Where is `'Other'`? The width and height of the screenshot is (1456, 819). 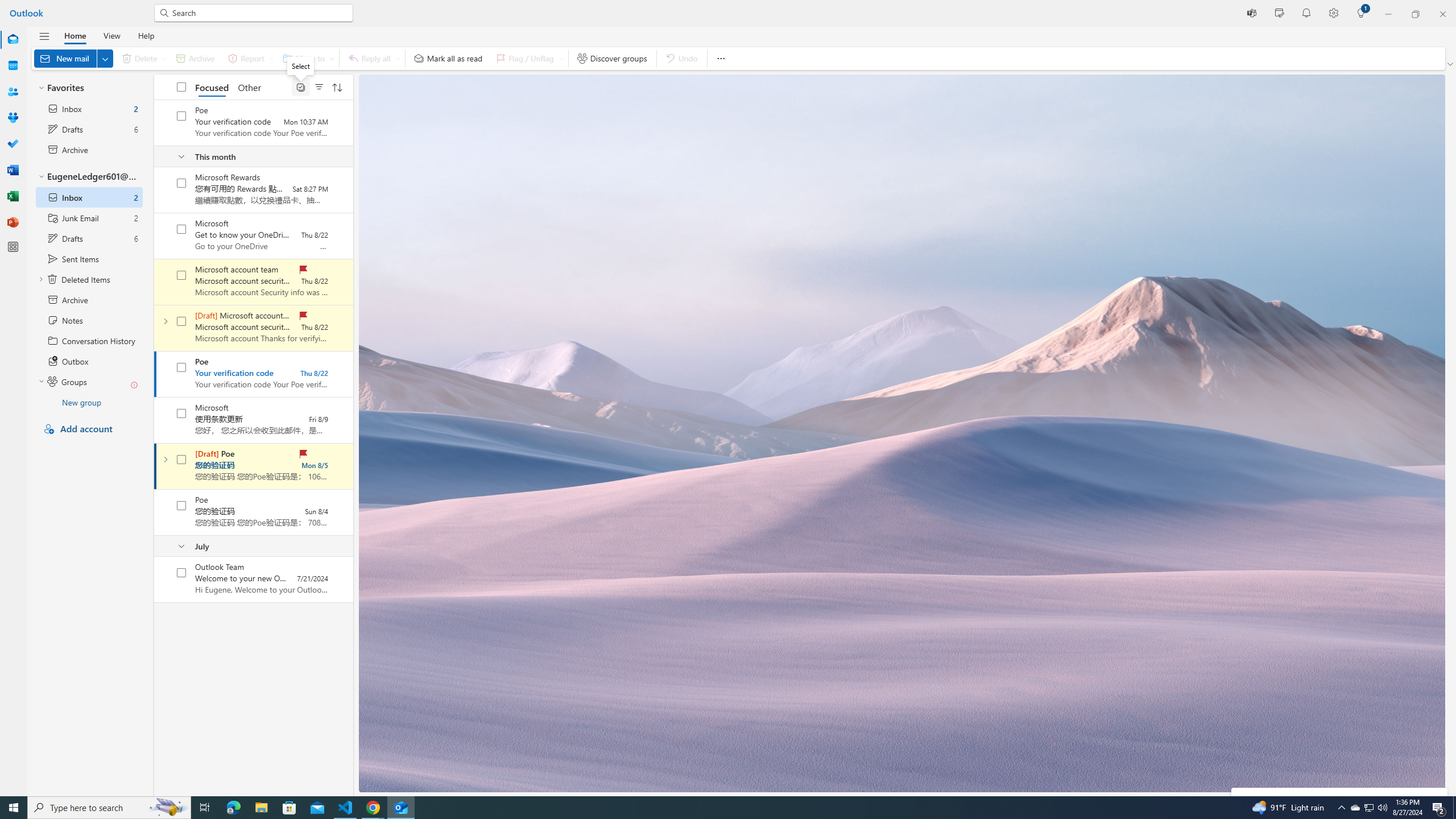
'Other' is located at coordinates (248, 87).